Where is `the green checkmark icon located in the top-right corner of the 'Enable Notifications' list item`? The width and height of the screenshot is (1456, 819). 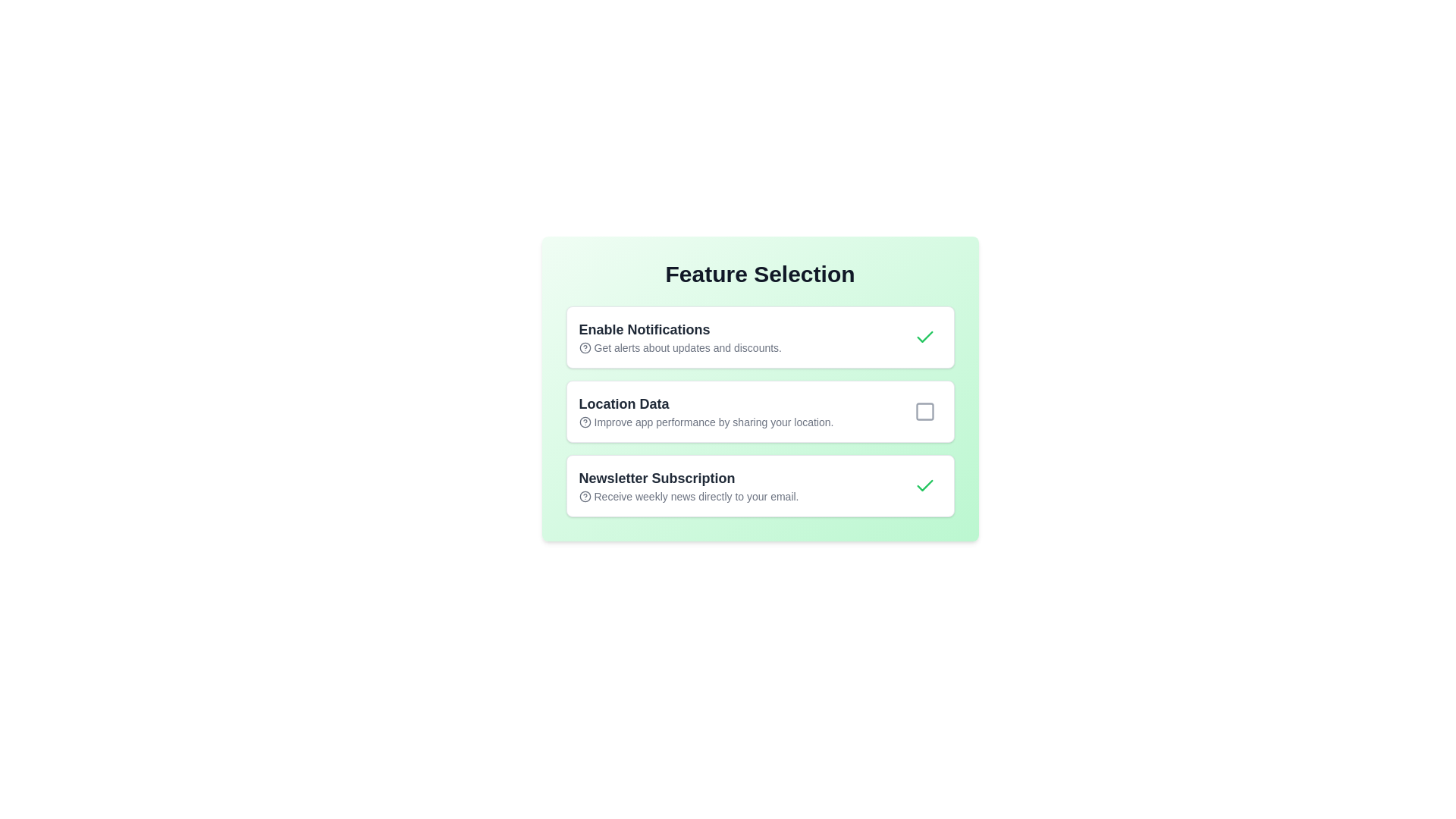 the green checkmark icon located in the top-right corner of the 'Enable Notifications' list item is located at coordinates (924, 336).